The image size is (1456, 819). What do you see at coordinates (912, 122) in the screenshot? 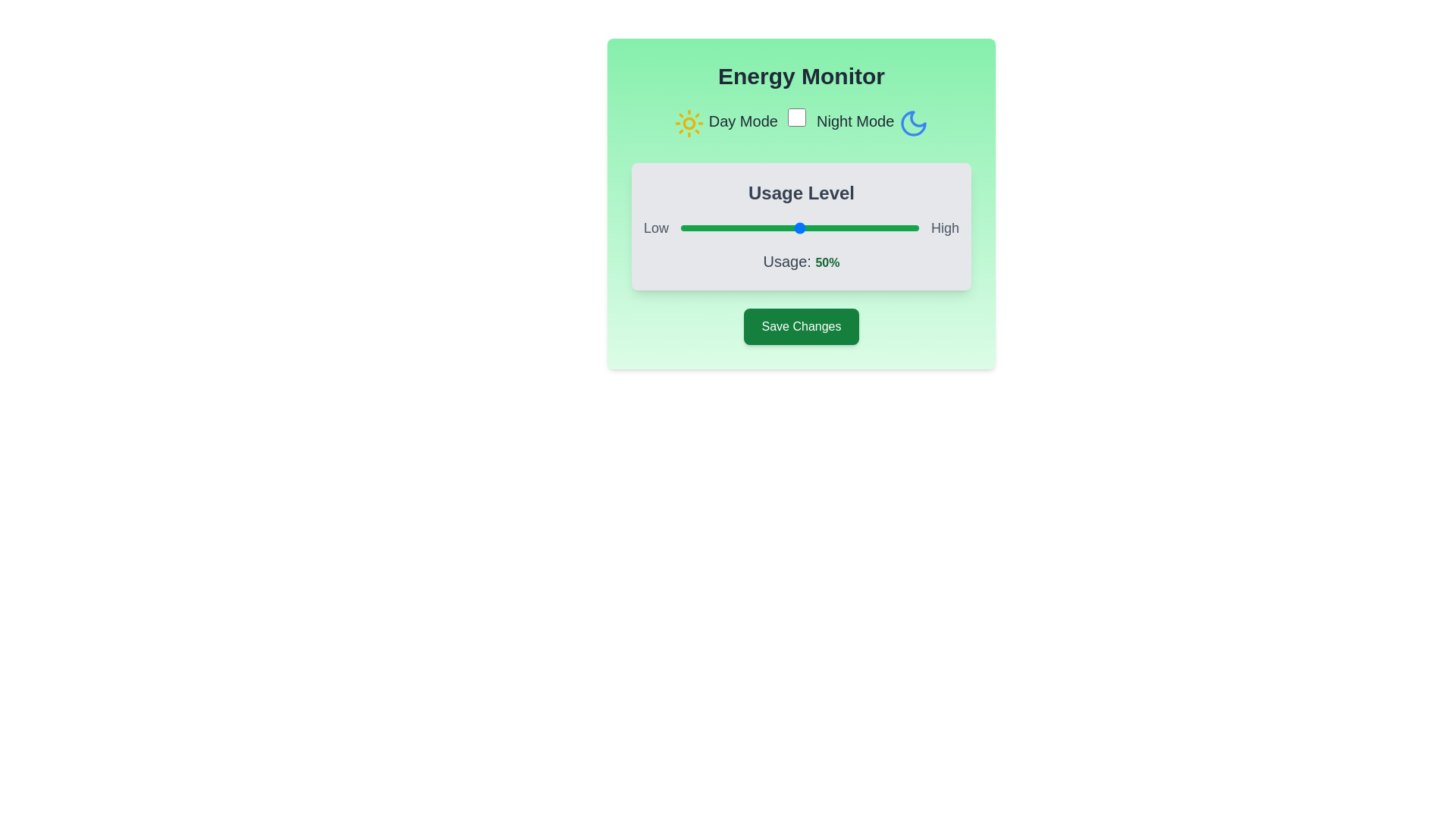
I see `the moon icon SVG graphic located at the top-right corner of the 'Energy Monitor' card` at bounding box center [912, 122].